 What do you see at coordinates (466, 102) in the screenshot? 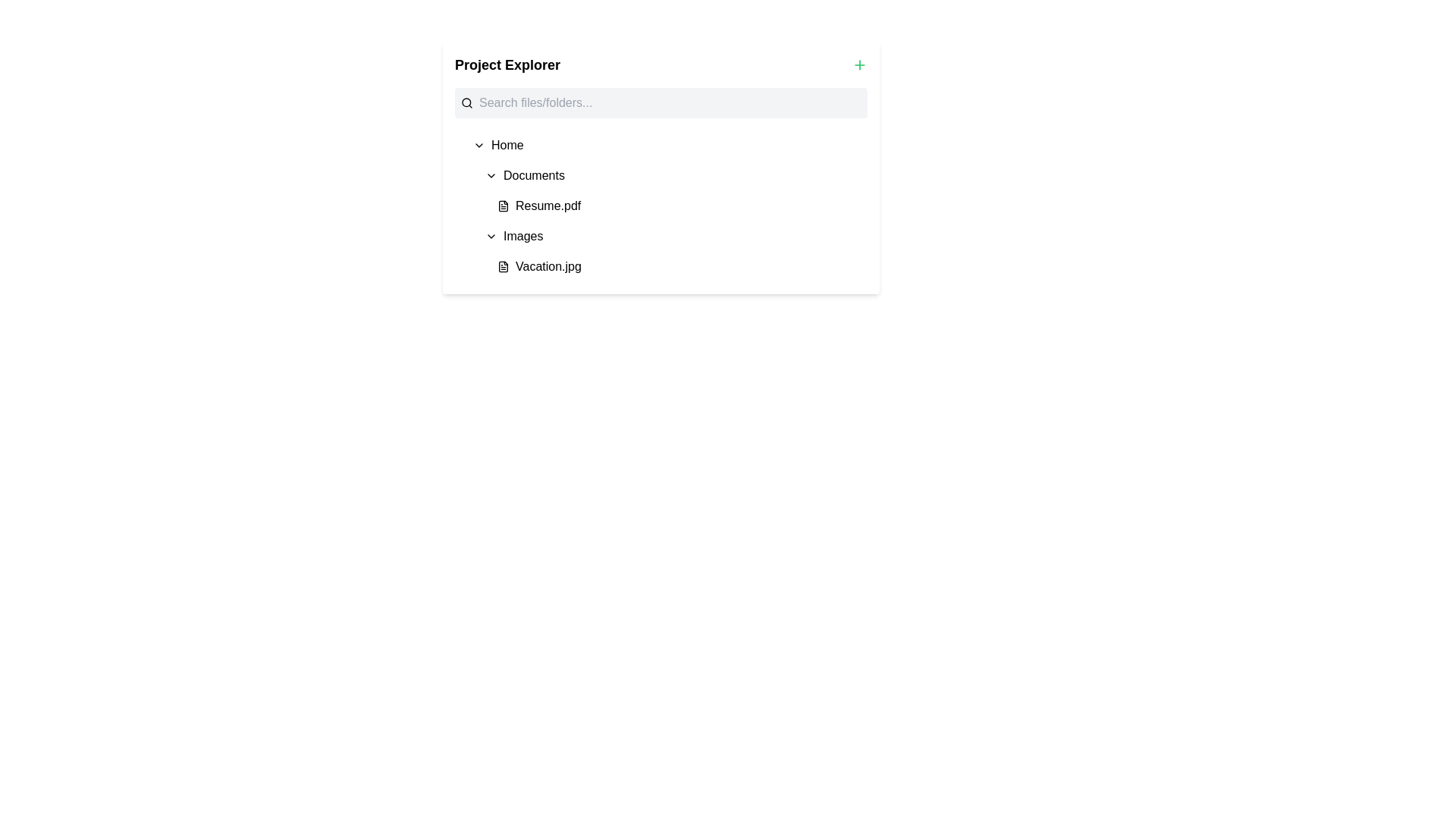
I see `the central circular portion of the magnifying glass icon in the Project Explorer section` at bounding box center [466, 102].